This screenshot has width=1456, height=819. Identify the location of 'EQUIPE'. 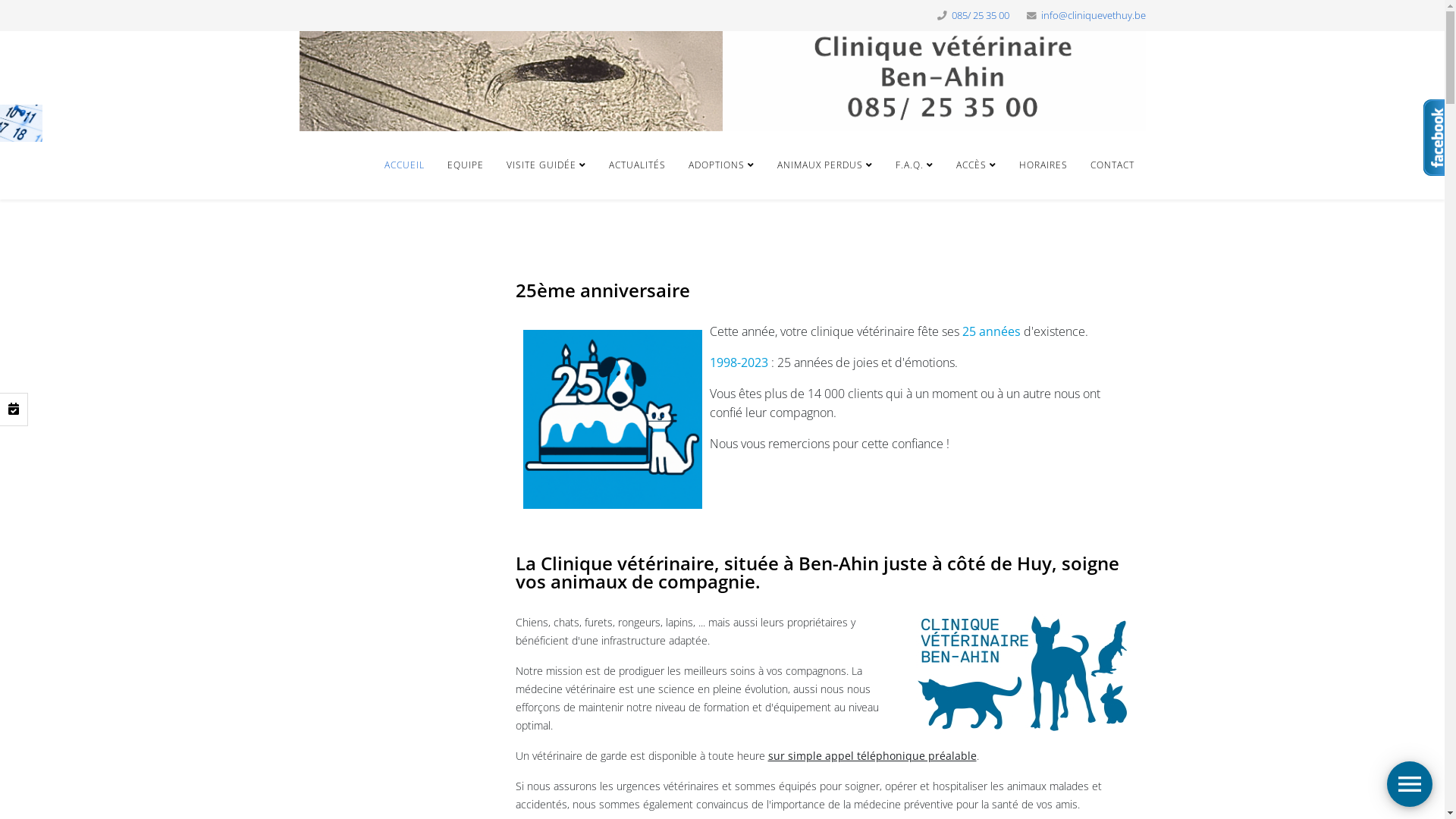
(464, 165).